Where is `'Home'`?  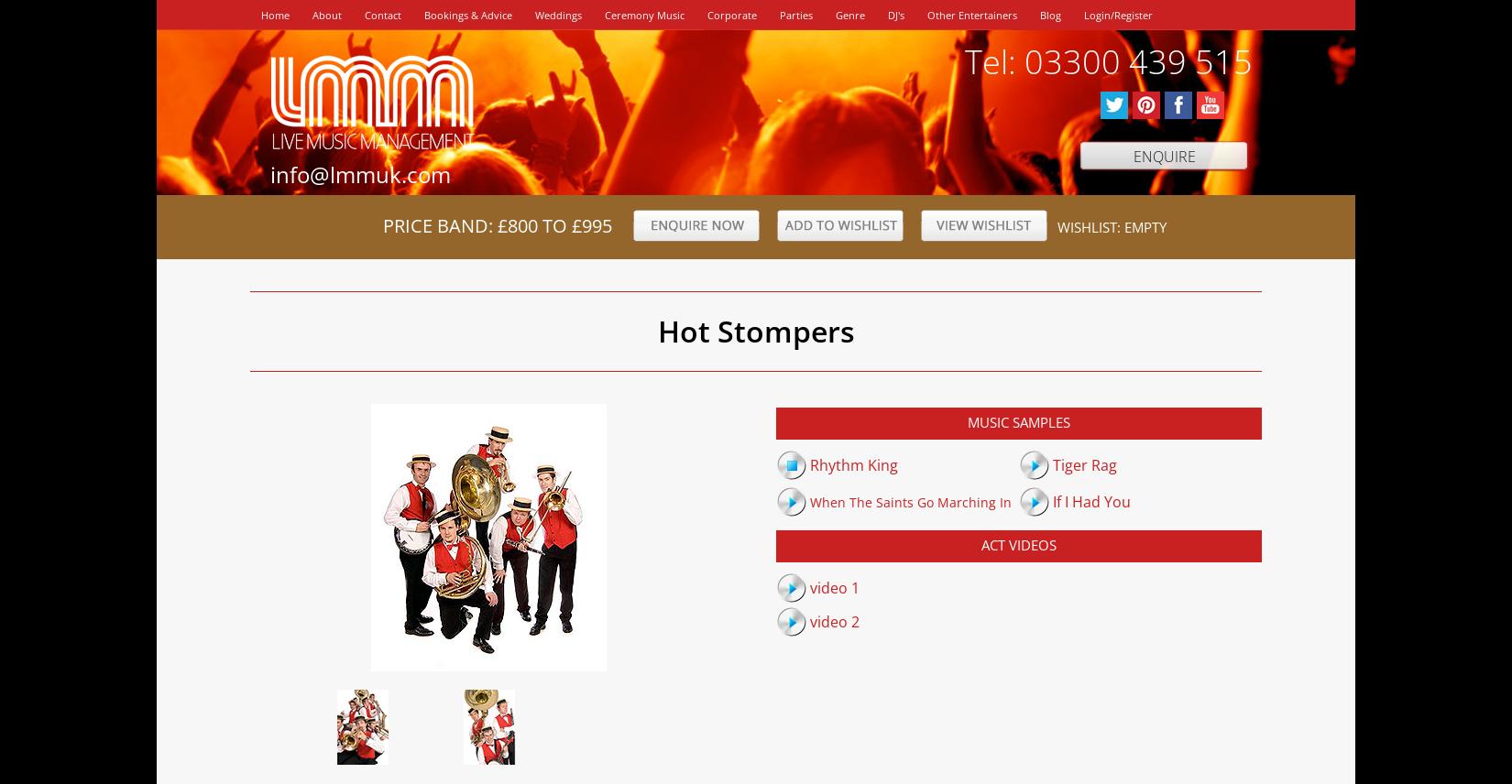
'Home' is located at coordinates (275, 15).